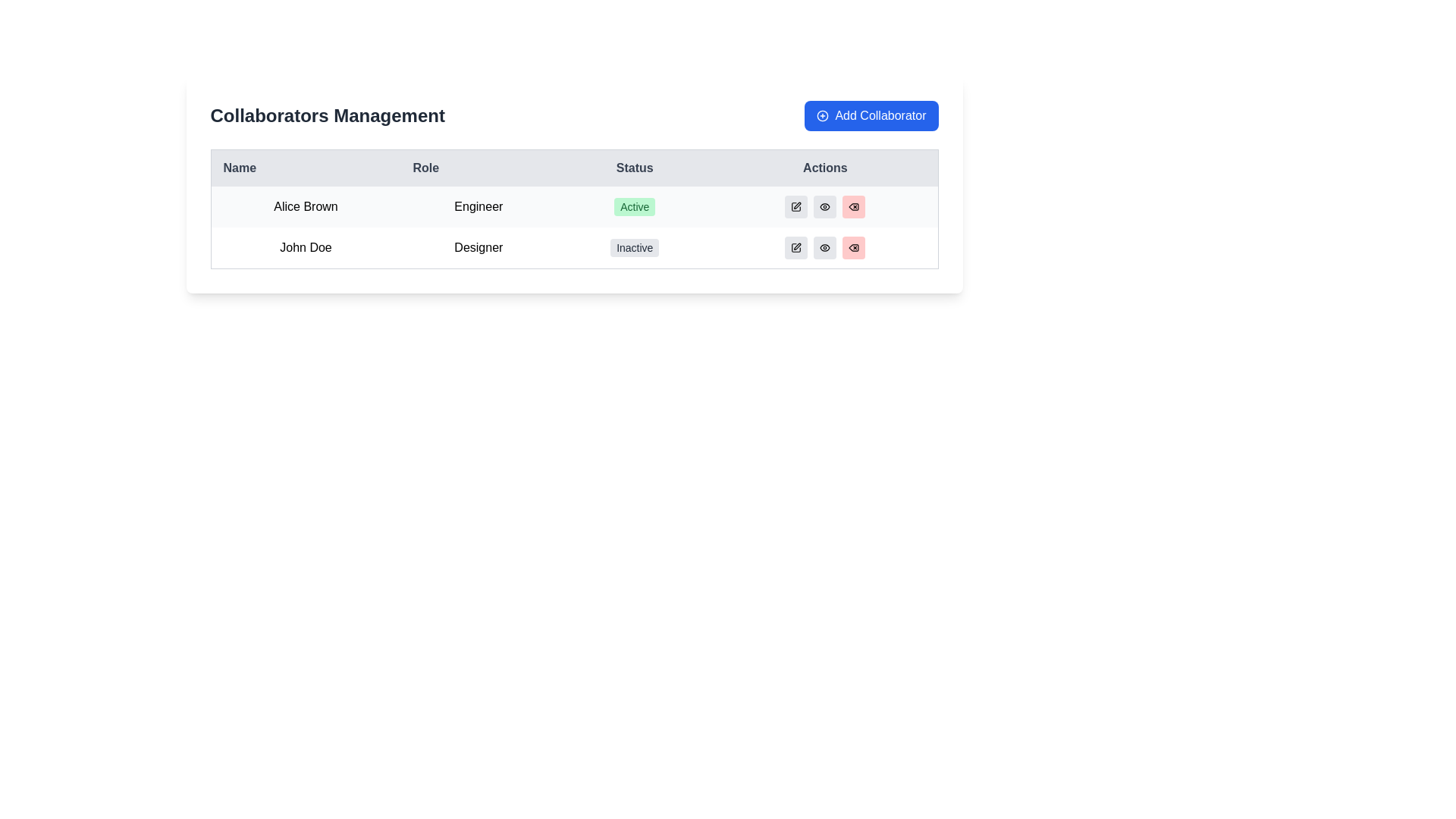 This screenshot has height=819, width=1456. I want to click on the edit icon button located in the 'Actions' column of the second row in the 'Collaborators Management' table, so click(795, 247).